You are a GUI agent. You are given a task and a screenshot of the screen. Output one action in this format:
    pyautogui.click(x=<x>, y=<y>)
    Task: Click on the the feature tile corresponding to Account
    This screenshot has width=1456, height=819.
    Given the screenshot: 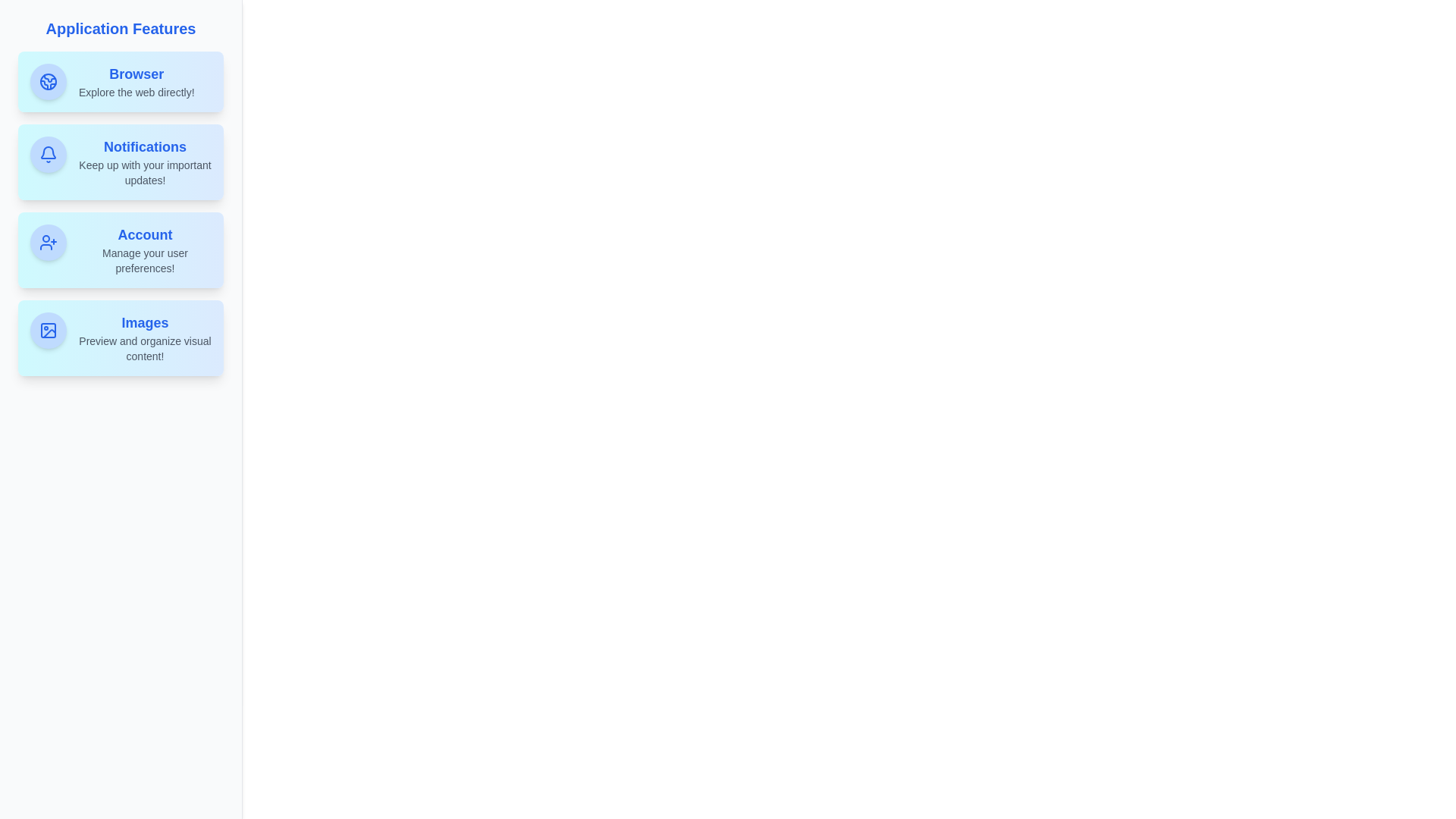 What is the action you would take?
    pyautogui.click(x=120, y=249)
    